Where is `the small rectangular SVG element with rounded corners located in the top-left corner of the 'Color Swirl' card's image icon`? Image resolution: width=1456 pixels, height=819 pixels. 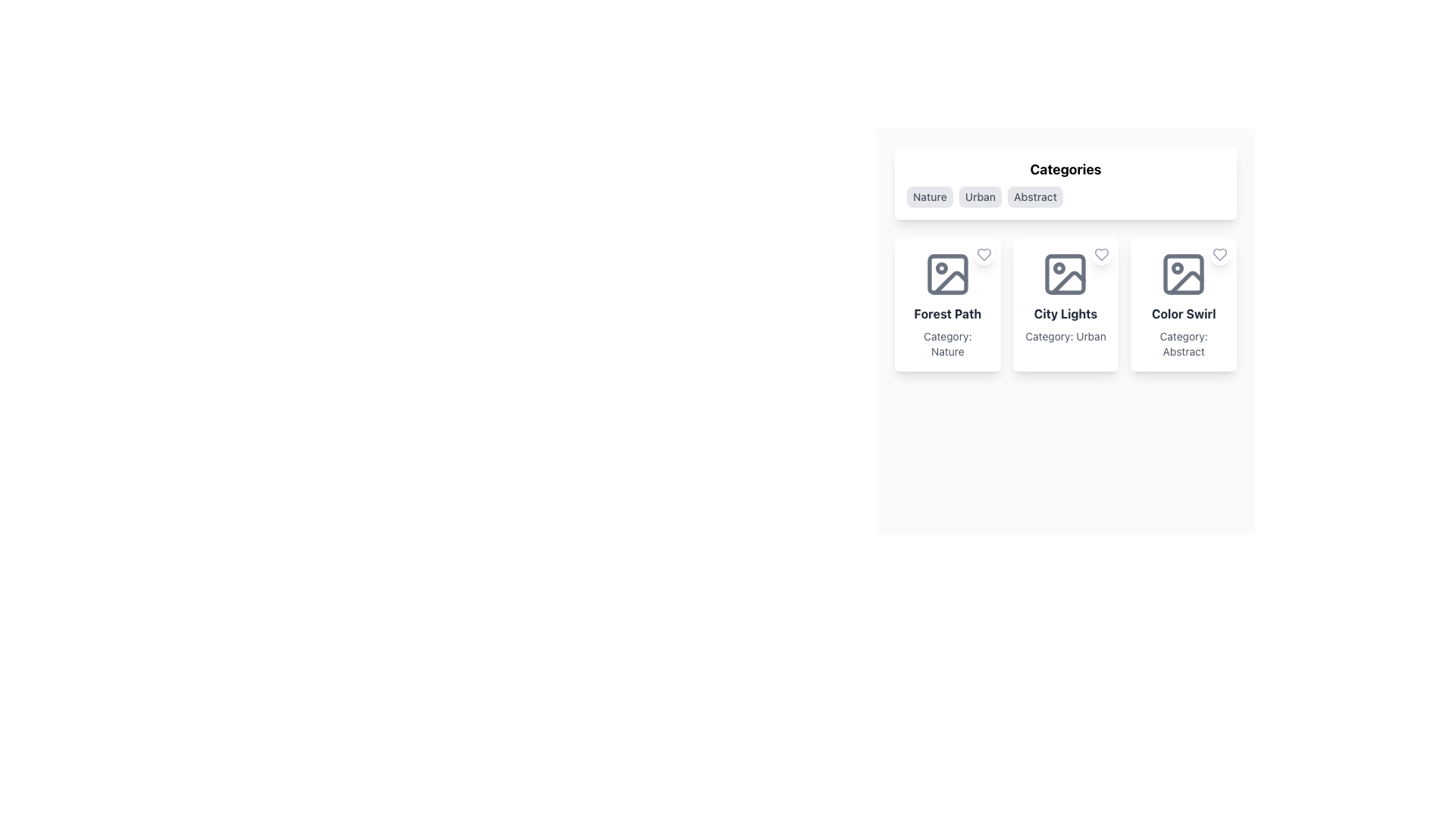
the small rectangular SVG element with rounded corners located in the top-left corner of the 'Color Swirl' card's image icon is located at coordinates (1183, 275).